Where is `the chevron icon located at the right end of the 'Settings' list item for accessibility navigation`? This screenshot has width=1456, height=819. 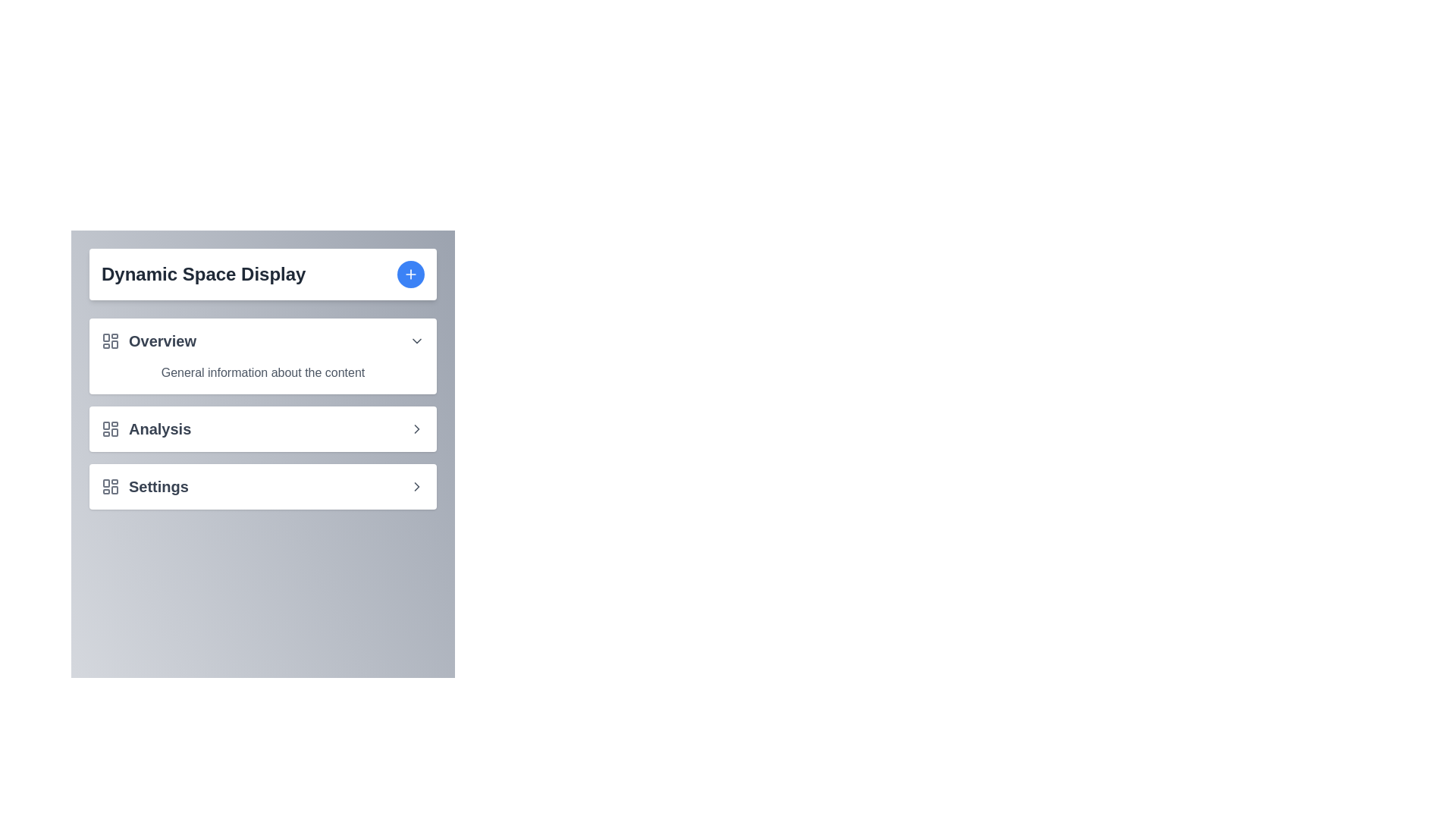
the chevron icon located at the right end of the 'Settings' list item for accessibility navigation is located at coordinates (417, 429).